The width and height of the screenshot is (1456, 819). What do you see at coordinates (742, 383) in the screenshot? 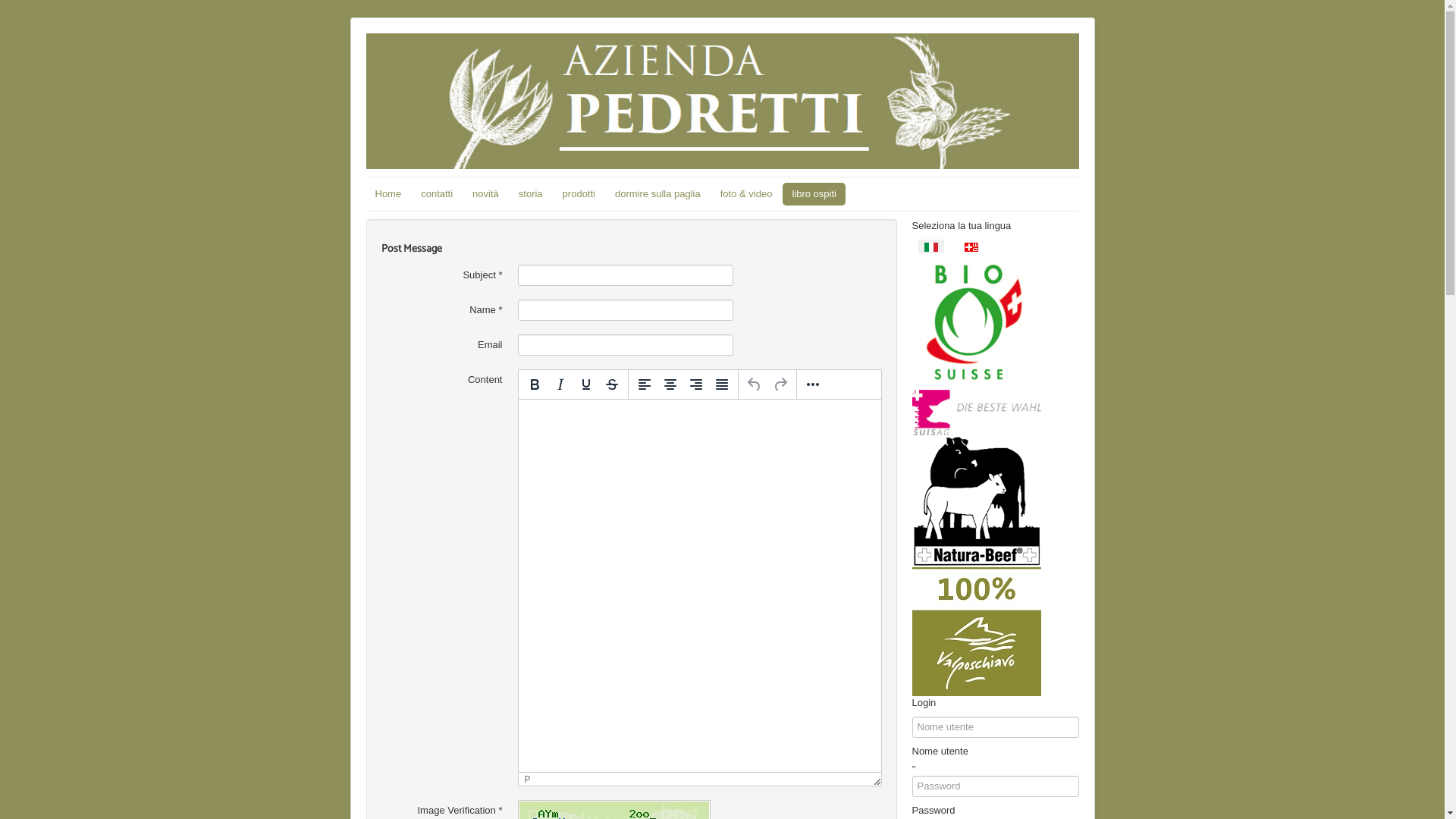
I see `'Annulla'` at bounding box center [742, 383].